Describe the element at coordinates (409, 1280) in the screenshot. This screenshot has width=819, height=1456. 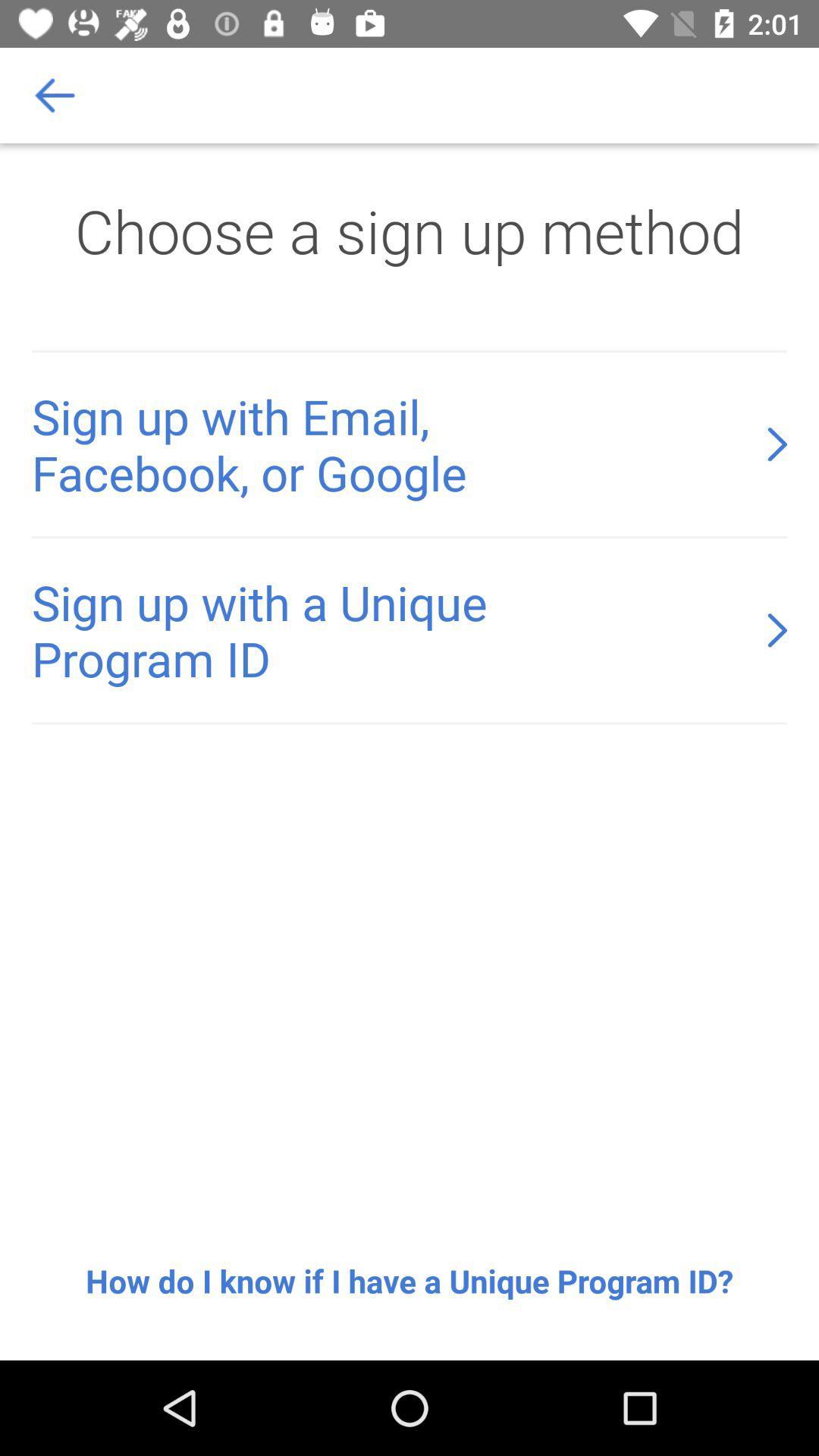
I see `the how do i` at that location.